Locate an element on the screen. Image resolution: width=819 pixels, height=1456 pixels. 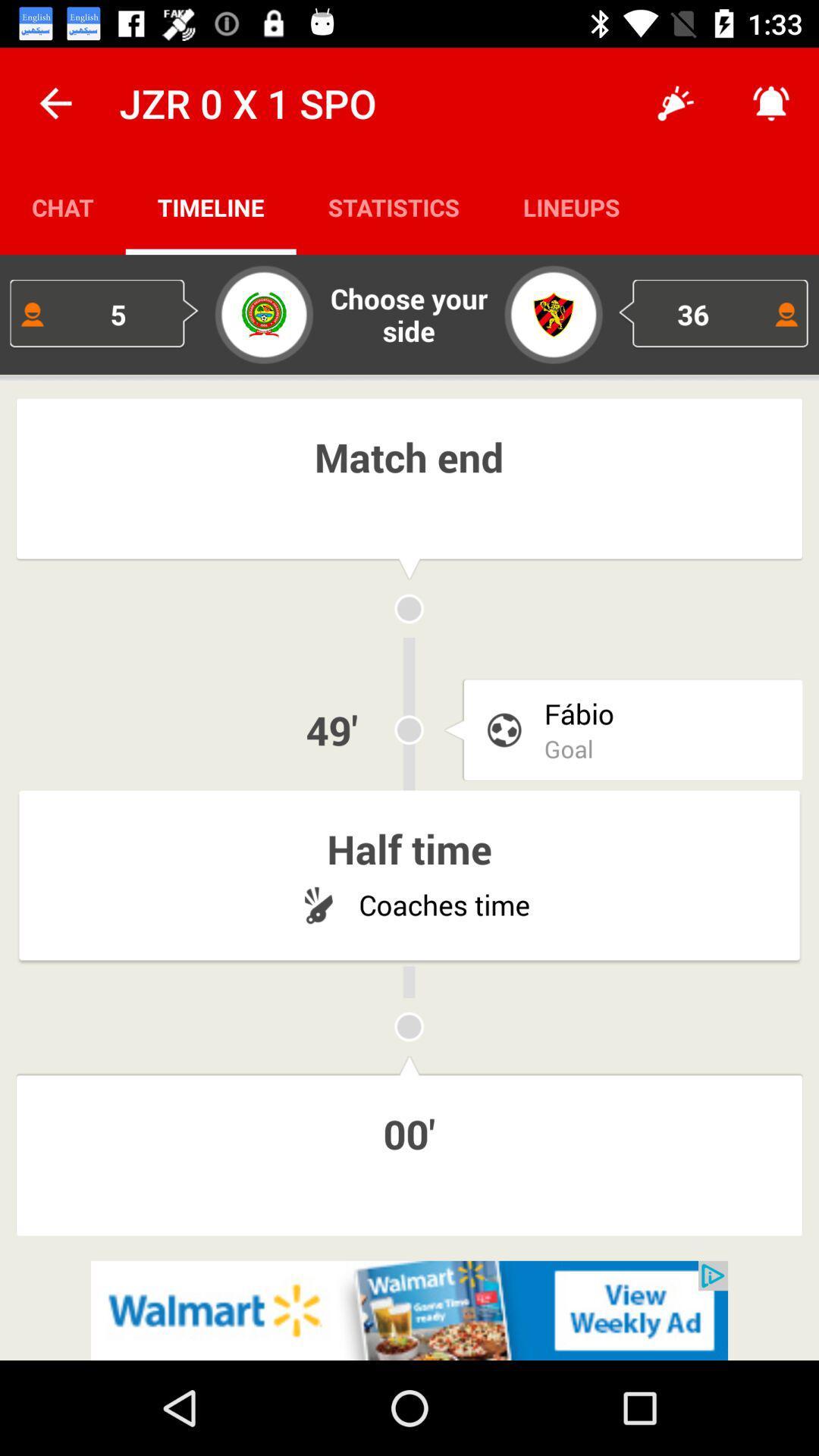
the symbol left to coaches time is located at coordinates (318, 905).